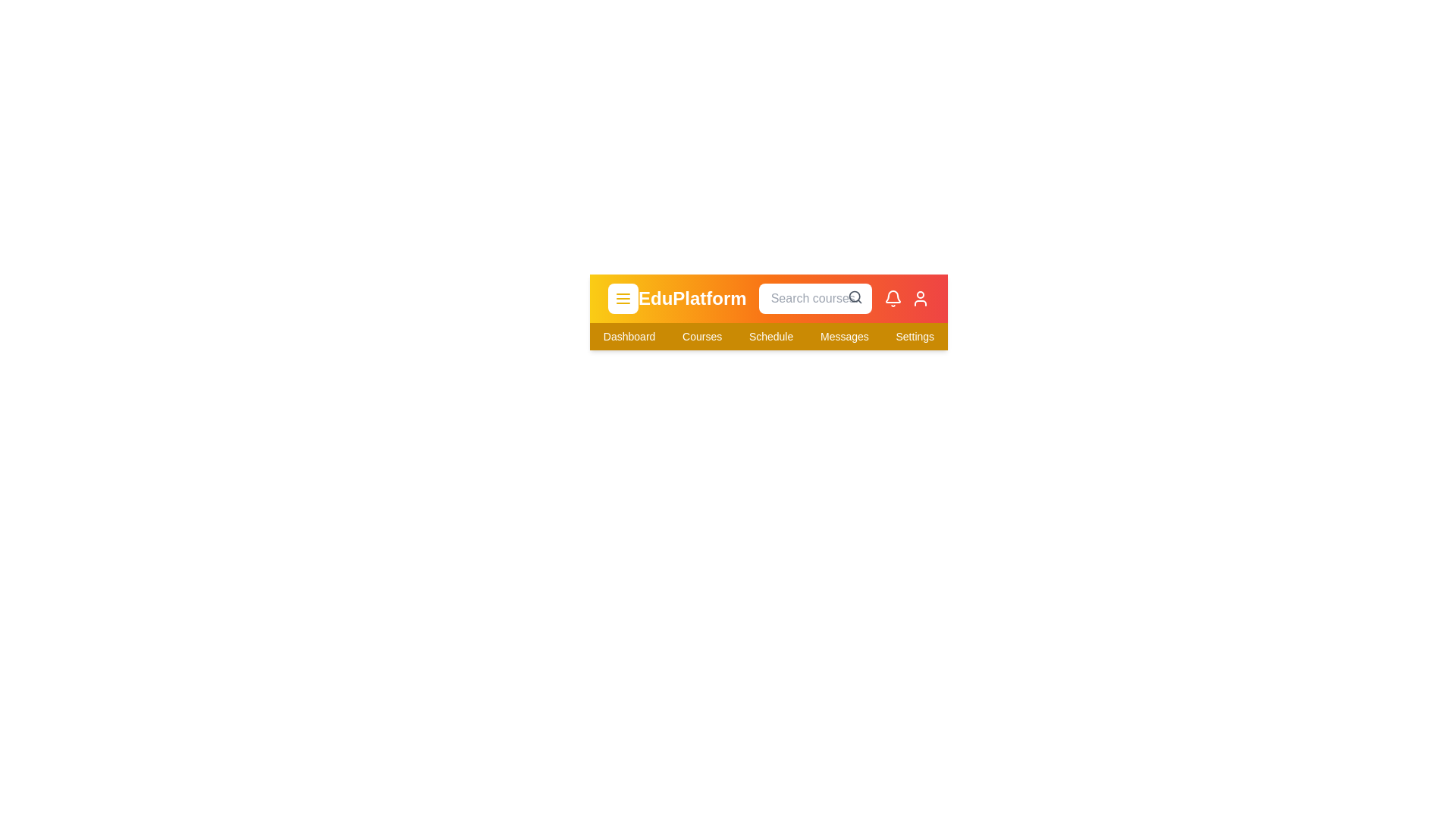 The image size is (1456, 819). I want to click on the navigation item Settings, so click(914, 335).